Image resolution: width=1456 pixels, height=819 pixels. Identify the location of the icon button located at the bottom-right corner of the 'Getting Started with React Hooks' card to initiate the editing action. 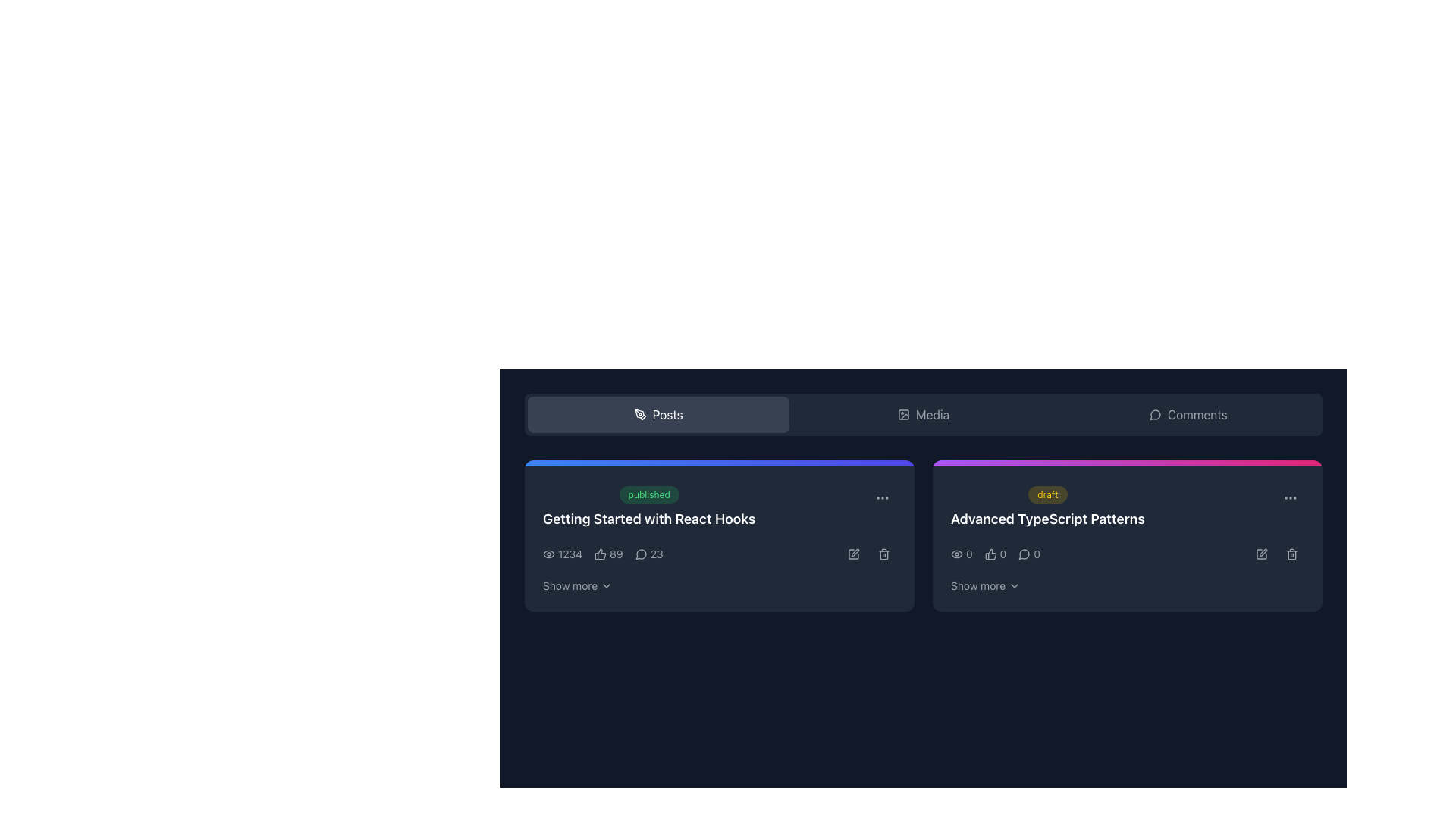
(854, 554).